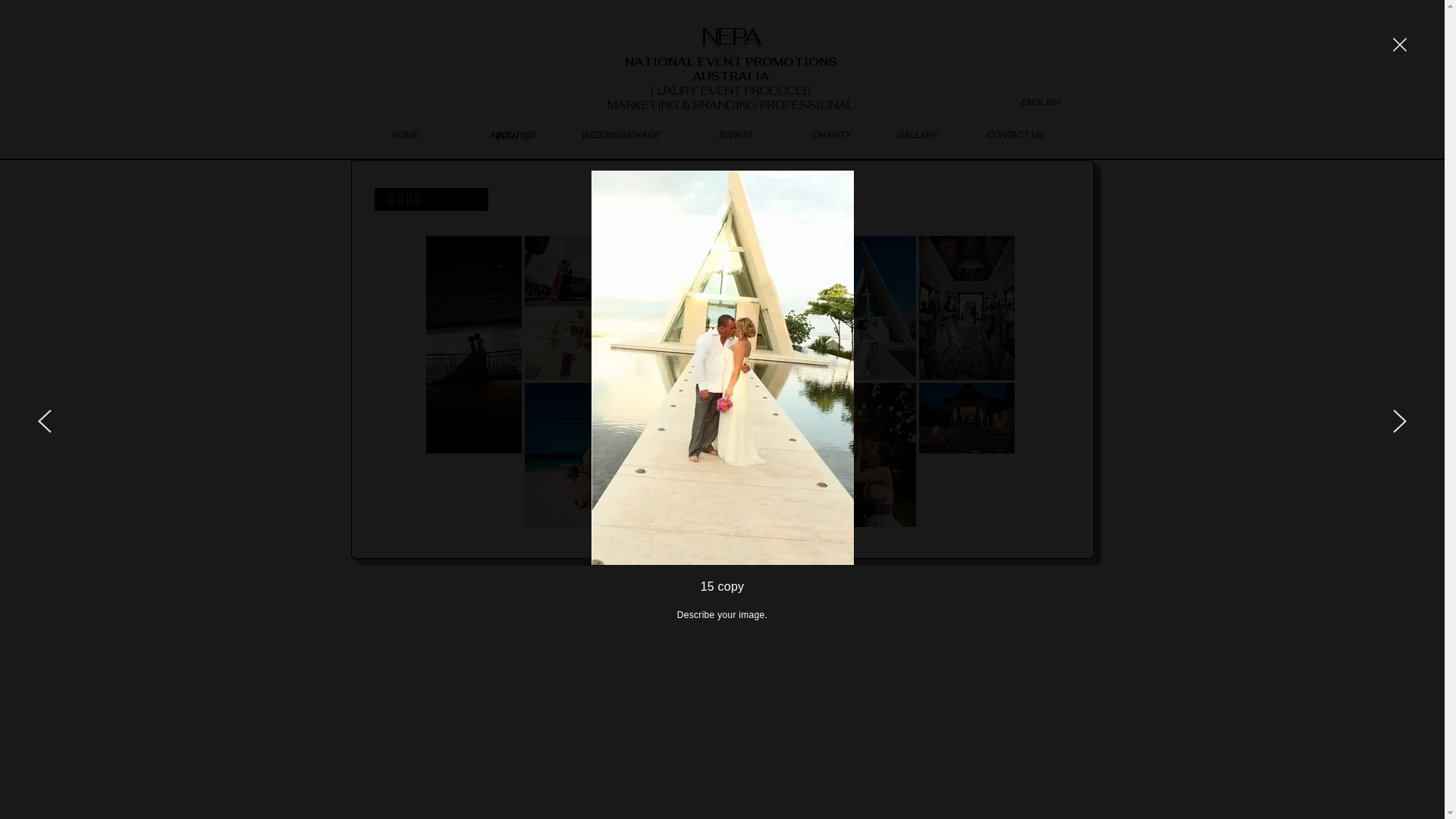 The image size is (1456, 819). What do you see at coordinates (1039, 102) in the screenshot?
I see `'ENGLISH'` at bounding box center [1039, 102].